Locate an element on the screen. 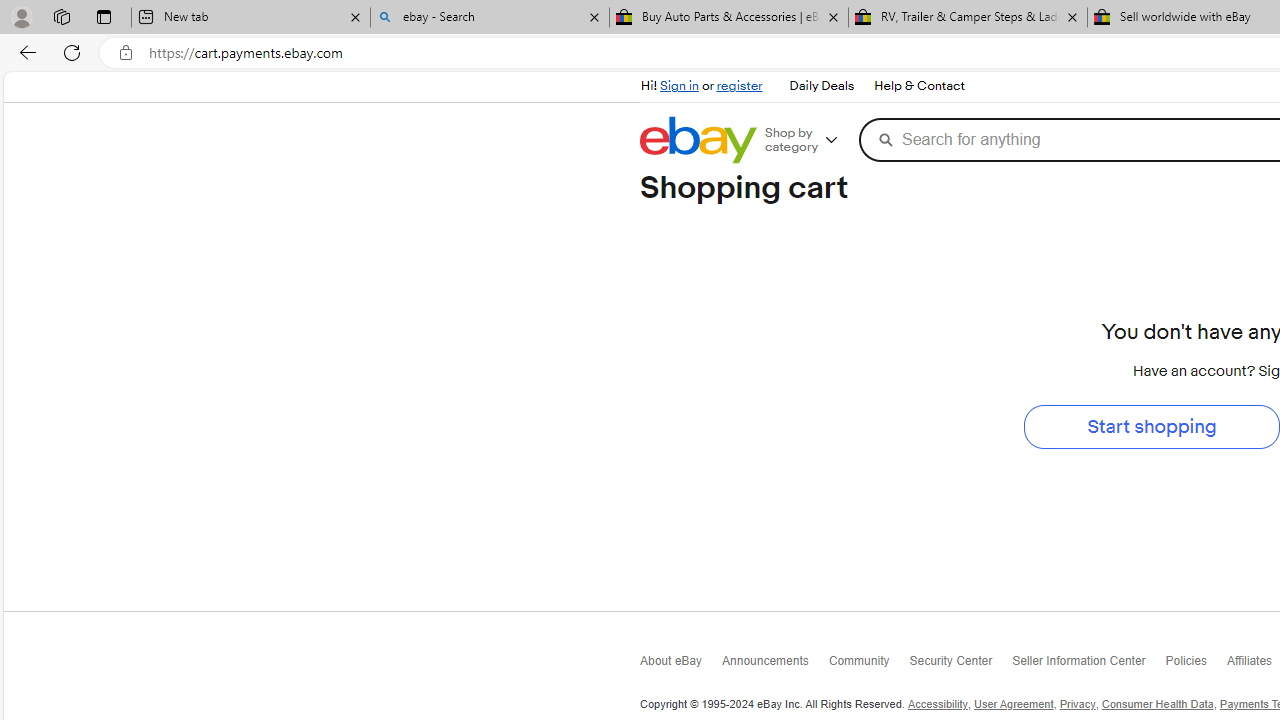 This screenshot has width=1280, height=720. 'Security Center' is located at coordinates (960, 664).